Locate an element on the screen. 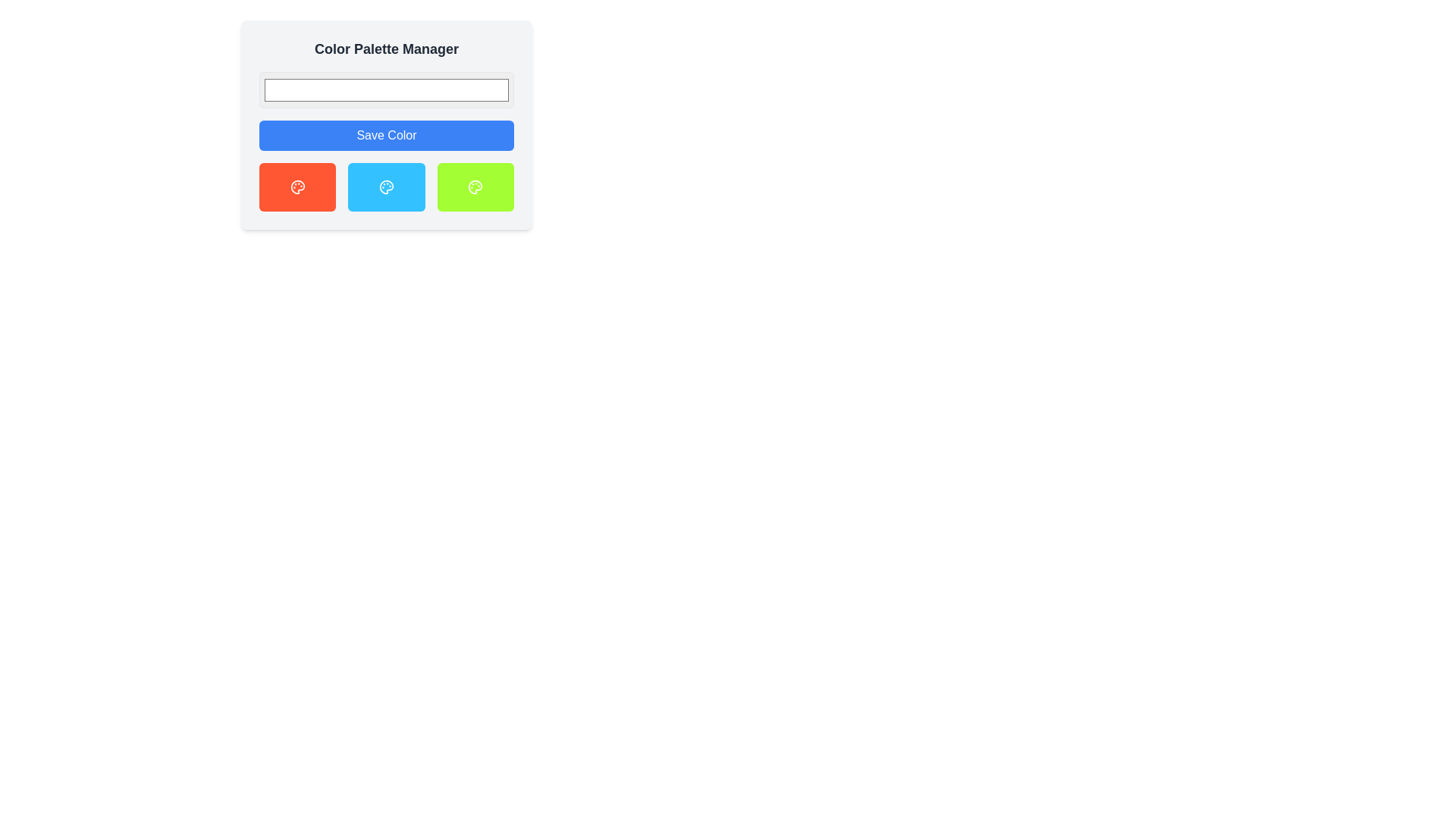  the color management icon-based button located within the blue box, positioned in the middle of three horizontally aligned colored boxes is located at coordinates (386, 186).